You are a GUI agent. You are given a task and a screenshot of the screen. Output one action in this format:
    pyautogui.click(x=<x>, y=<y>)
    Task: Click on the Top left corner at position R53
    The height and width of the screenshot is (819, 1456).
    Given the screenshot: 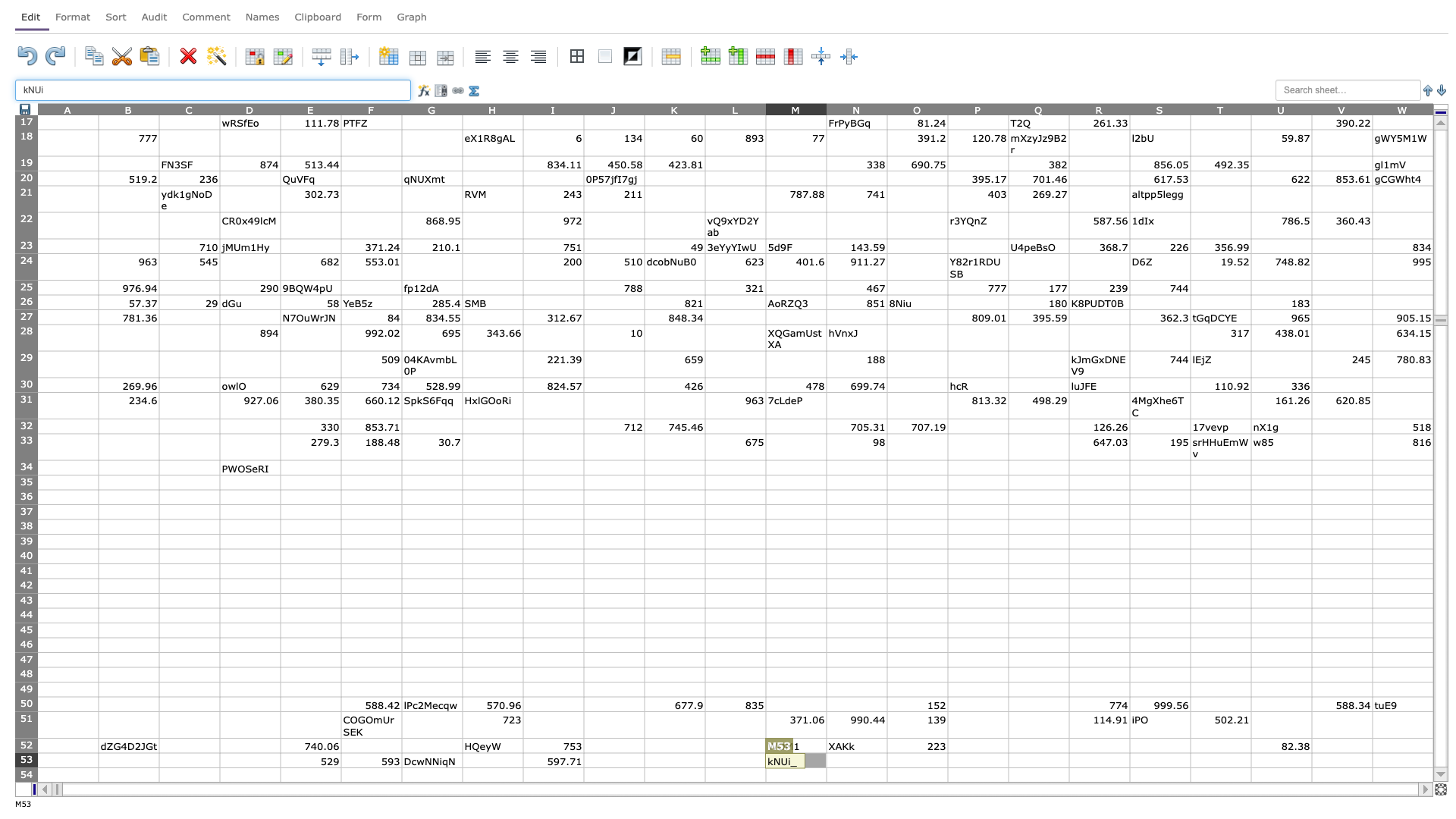 What is the action you would take?
    pyautogui.click(x=1068, y=752)
    